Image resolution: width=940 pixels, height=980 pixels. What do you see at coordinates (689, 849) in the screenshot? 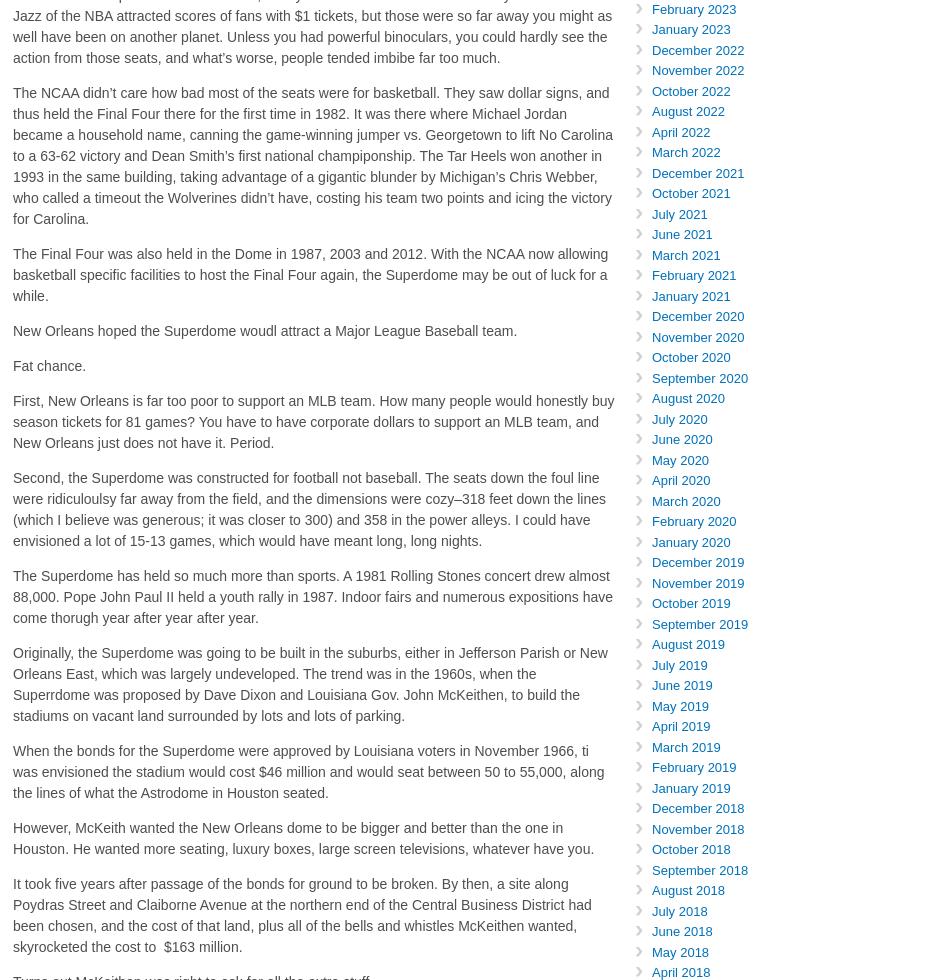
I see `'October 2018'` at bounding box center [689, 849].